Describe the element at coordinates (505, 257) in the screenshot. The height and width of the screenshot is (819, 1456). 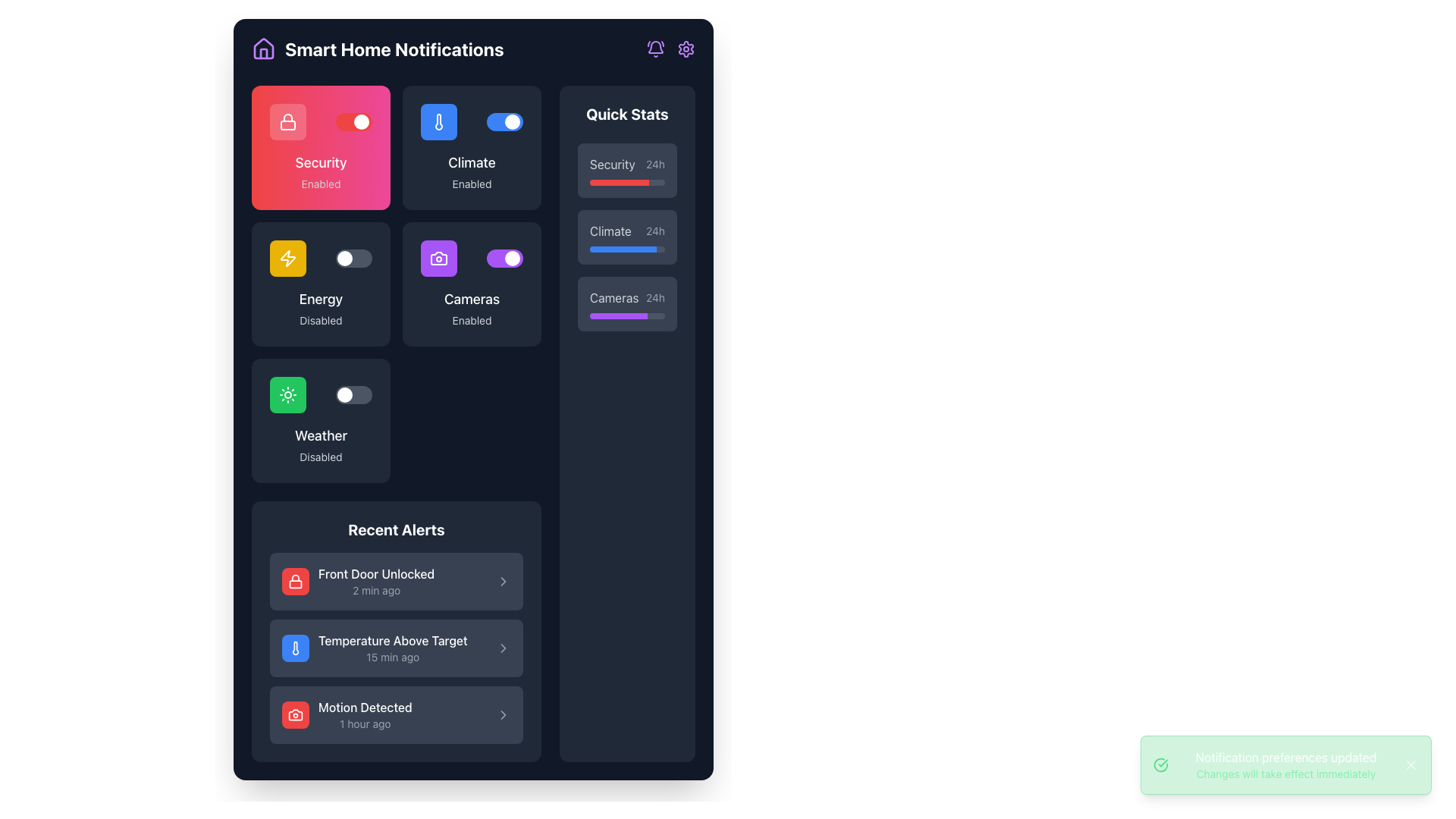
I see `the toggle switch located in the 'Cameras Enabled' section of the smart home notifications interface to change its state` at that location.